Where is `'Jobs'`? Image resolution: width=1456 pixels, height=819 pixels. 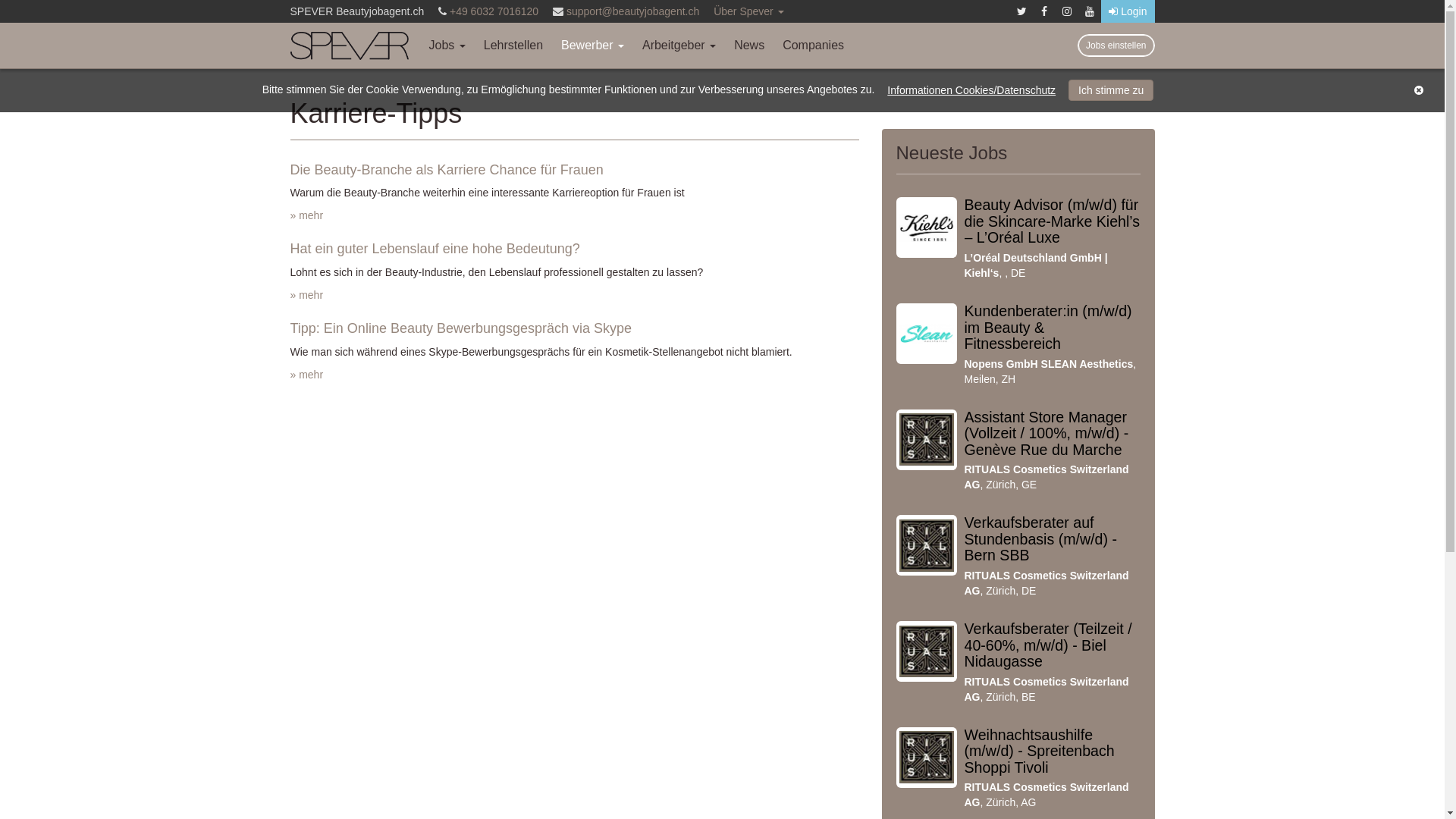
'Jobs' is located at coordinates (447, 45).